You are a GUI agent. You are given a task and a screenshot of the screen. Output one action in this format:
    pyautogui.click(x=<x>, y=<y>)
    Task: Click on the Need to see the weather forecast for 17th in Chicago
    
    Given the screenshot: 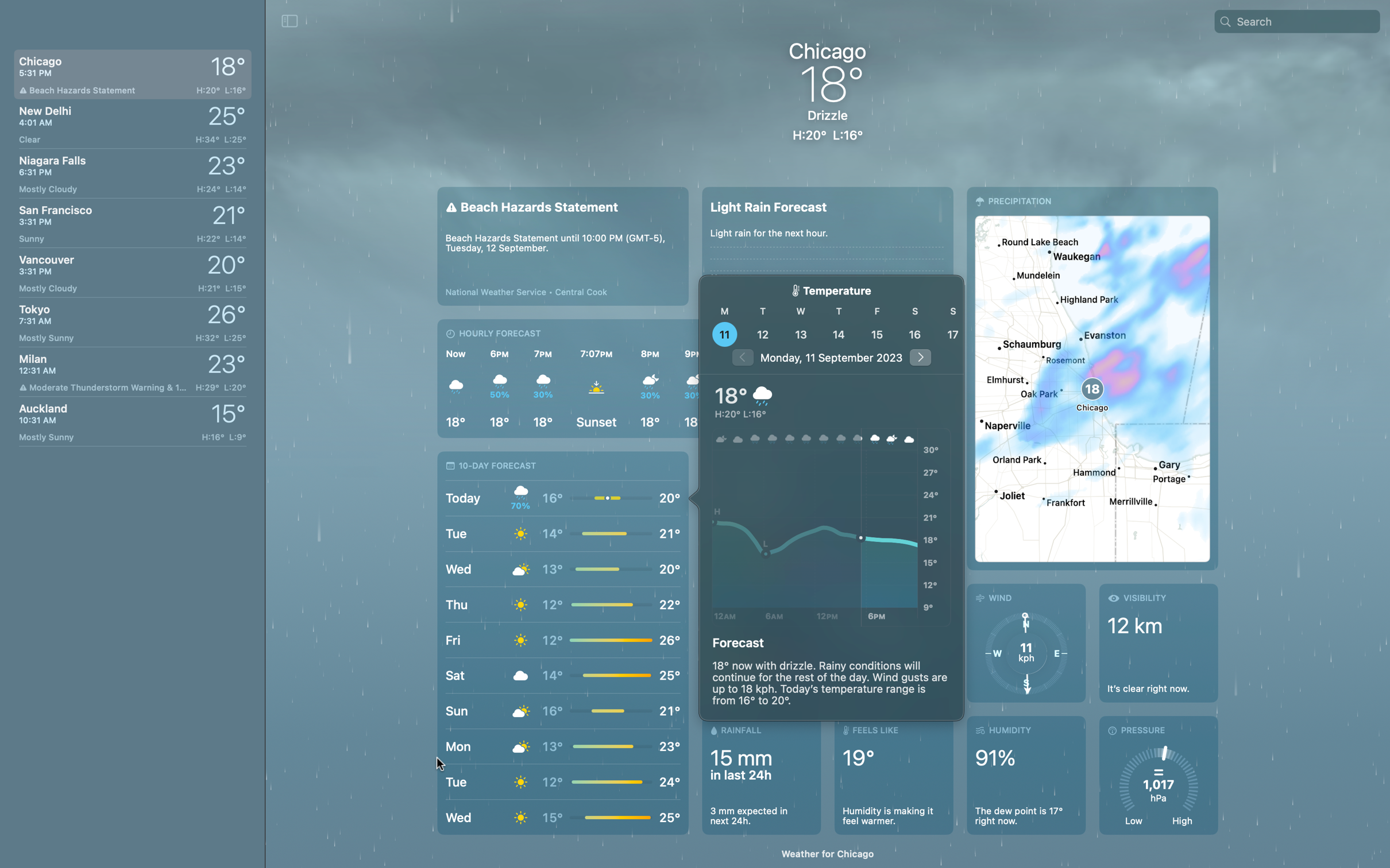 What is the action you would take?
    pyautogui.click(x=949, y=334)
    